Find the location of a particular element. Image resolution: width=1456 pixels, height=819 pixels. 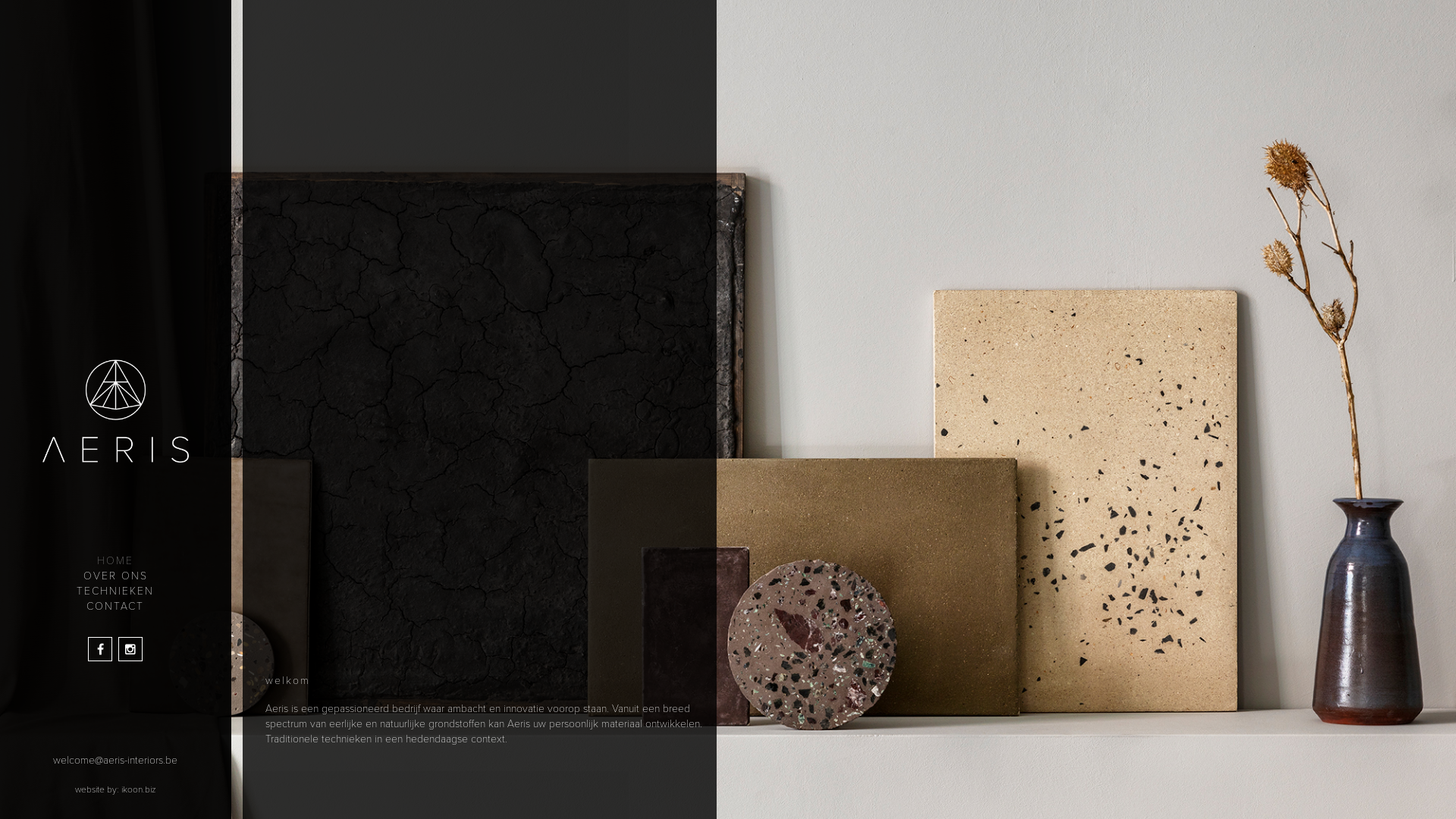

'Facebook' is located at coordinates (99, 648).